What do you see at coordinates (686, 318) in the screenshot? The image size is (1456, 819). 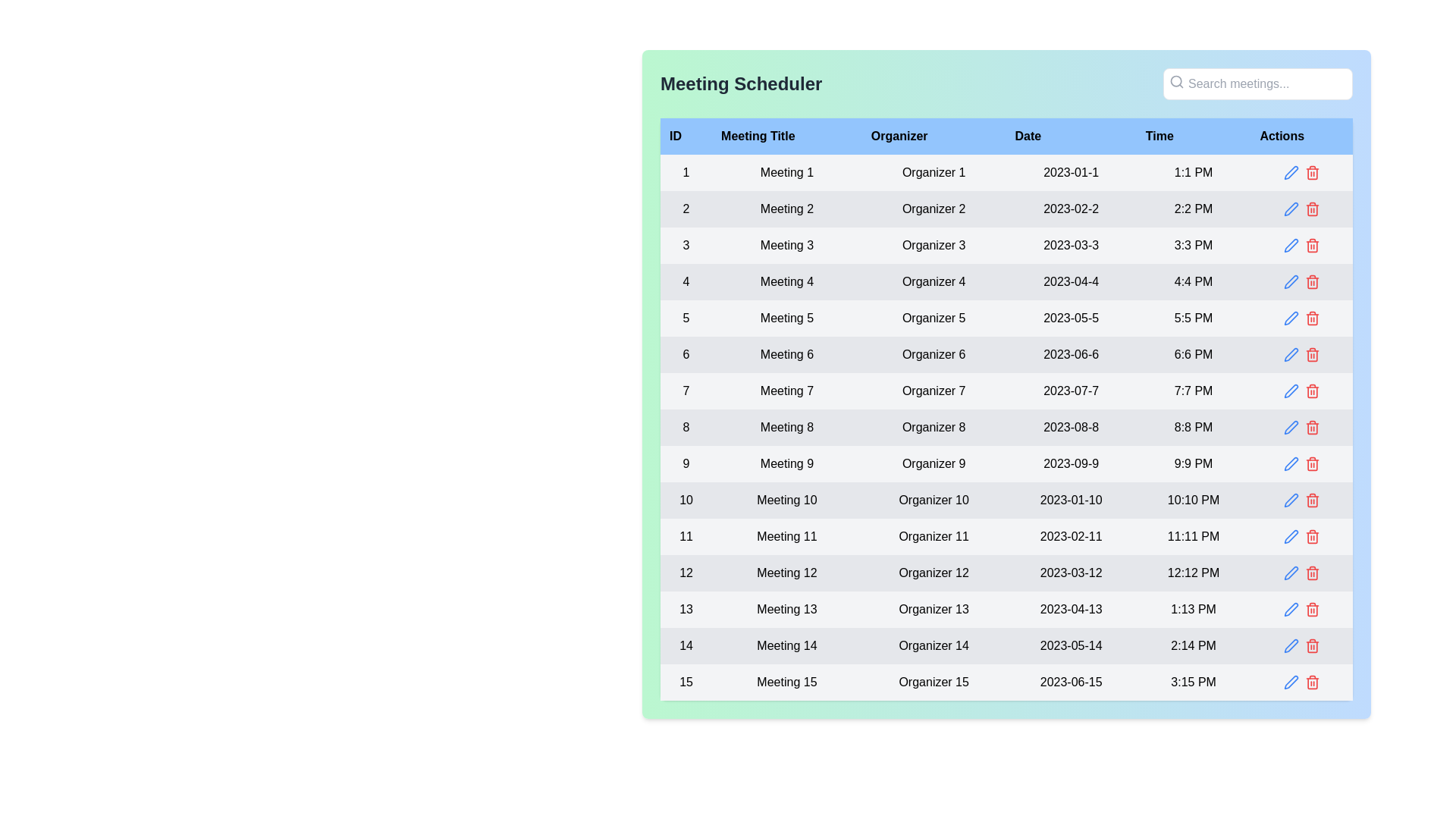 I see `the text label that uniquely identifies row number five in the grid layout, located in the first column and adjacent to 'Meeting 5'` at bounding box center [686, 318].